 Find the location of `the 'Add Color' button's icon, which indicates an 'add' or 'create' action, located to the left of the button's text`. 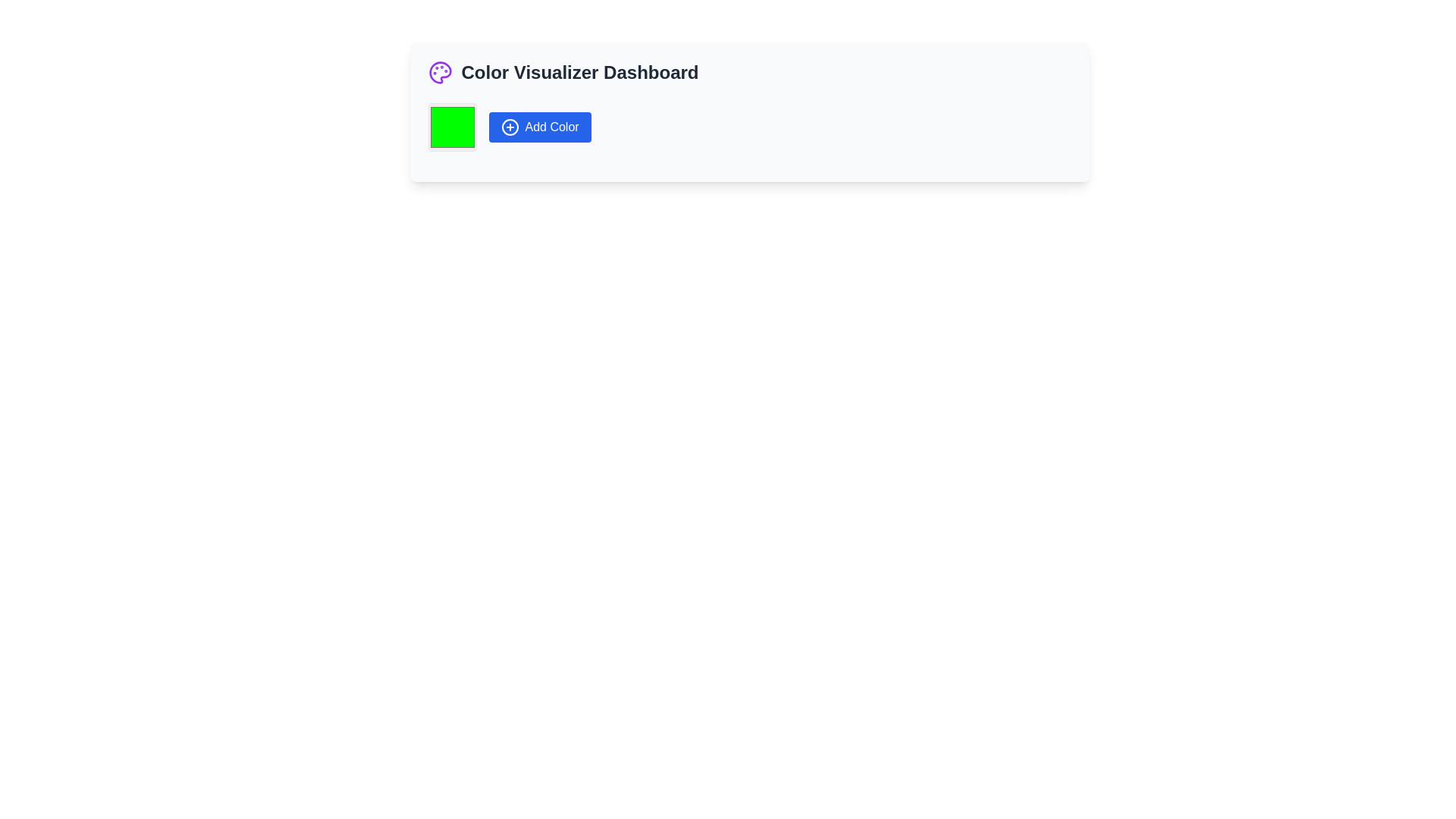

the 'Add Color' button's icon, which indicates an 'add' or 'create' action, located to the left of the button's text is located at coordinates (510, 127).